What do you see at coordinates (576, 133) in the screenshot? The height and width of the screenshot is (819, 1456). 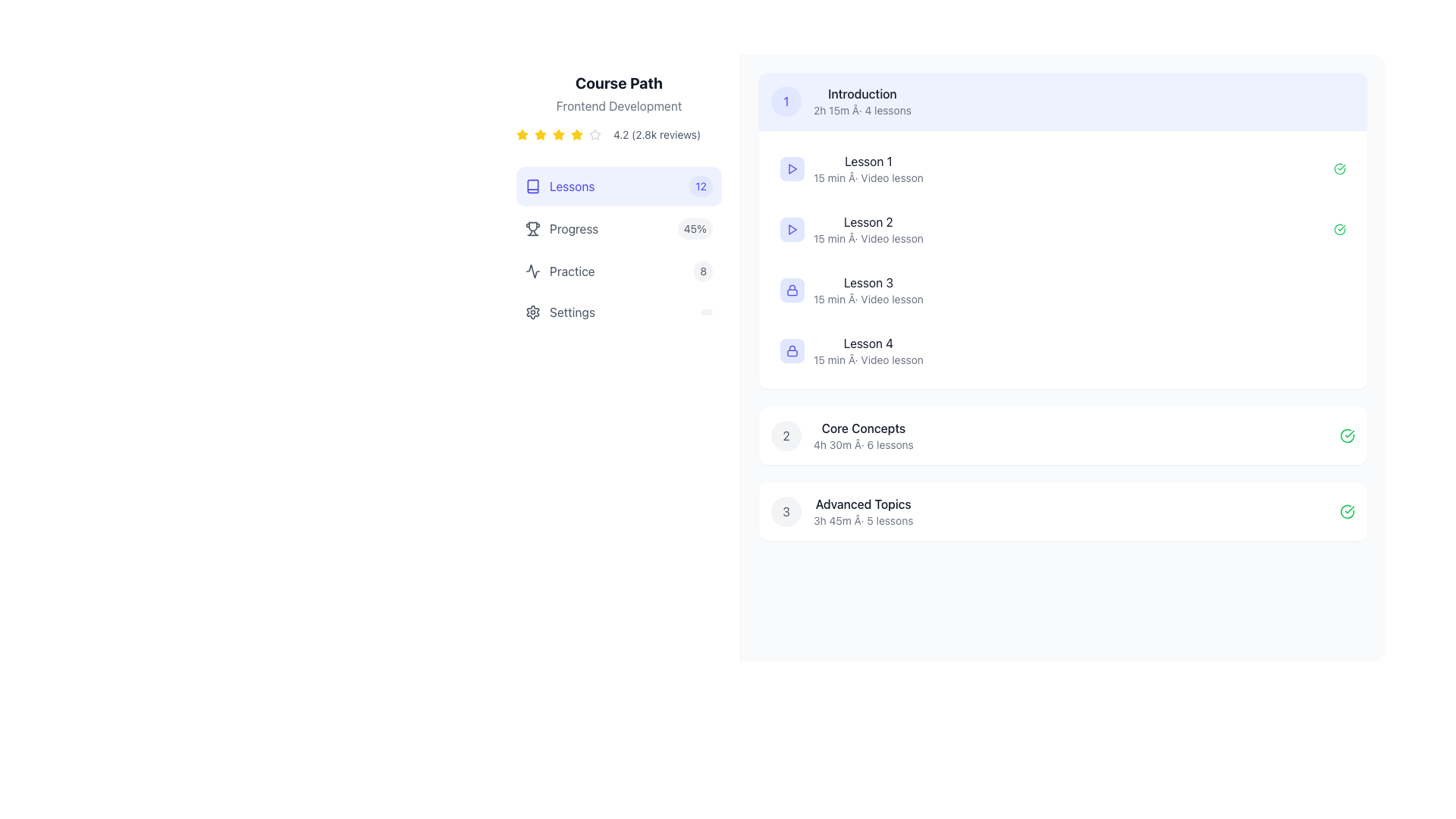 I see `the fifth yellow star icon in the rating system, which is located above the text '4.2 (2.8k reviews)' and to the right of four filled stars` at bounding box center [576, 133].